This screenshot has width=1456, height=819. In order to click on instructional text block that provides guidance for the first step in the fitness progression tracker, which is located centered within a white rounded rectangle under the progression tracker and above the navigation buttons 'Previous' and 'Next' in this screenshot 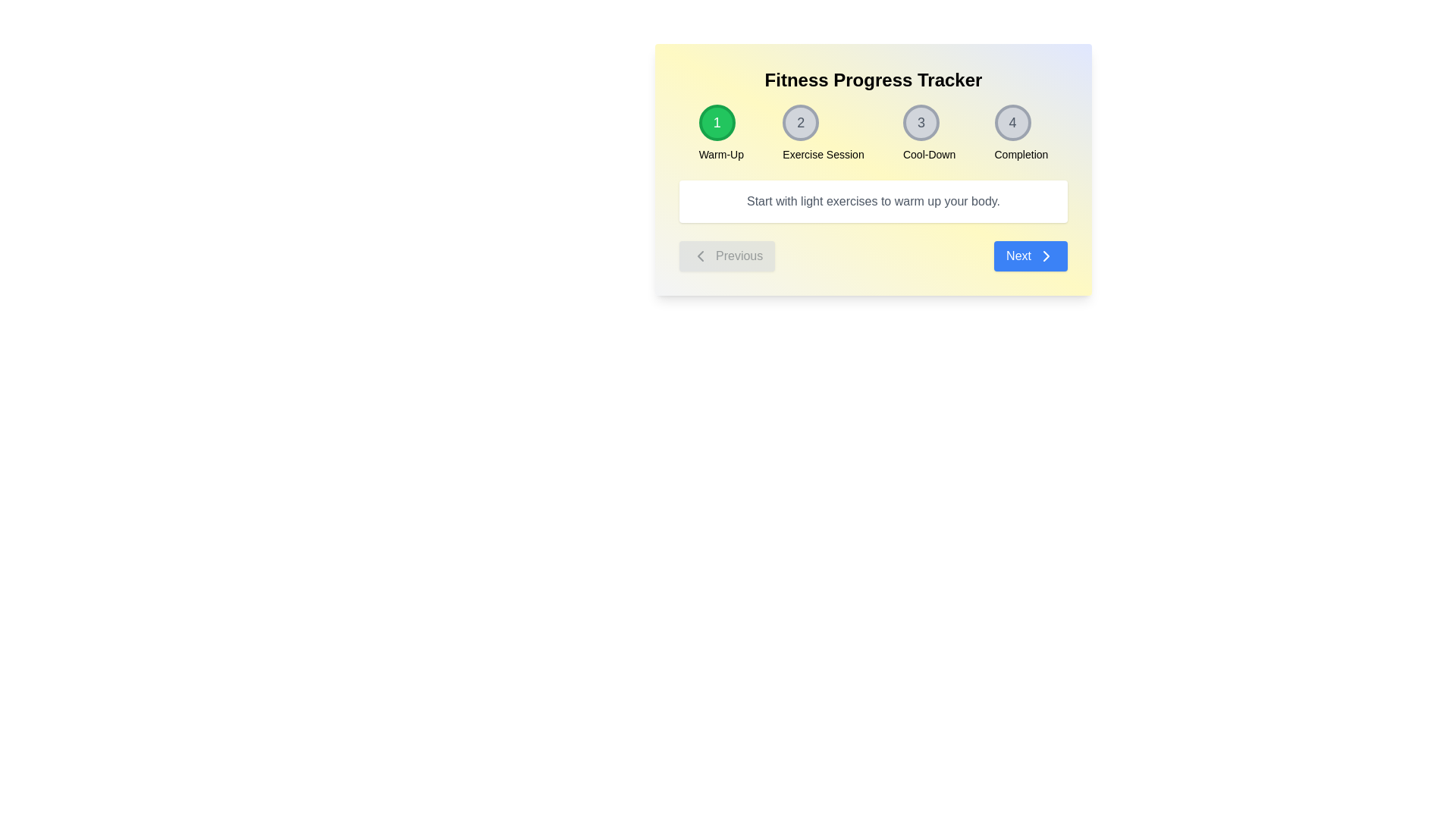, I will do `click(874, 201)`.